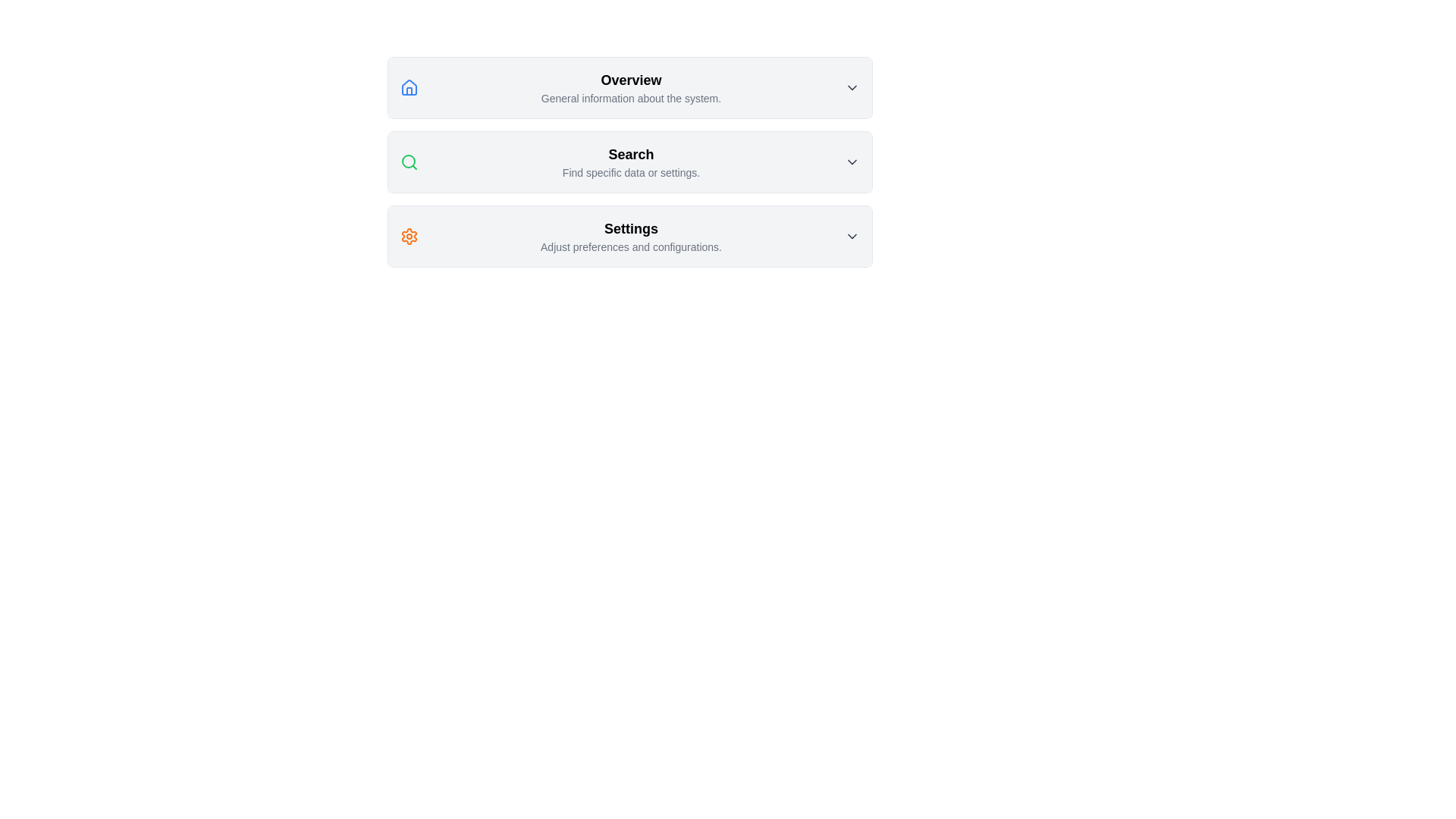 The image size is (1456, 819). What do you see at coordinates (629, 237) in the screenshot?
I see `the 'Settings' collapsible panel header, which features an orange gear icon on the left and a gray downward chevron icon on the right` at bounding box center [629, 237].